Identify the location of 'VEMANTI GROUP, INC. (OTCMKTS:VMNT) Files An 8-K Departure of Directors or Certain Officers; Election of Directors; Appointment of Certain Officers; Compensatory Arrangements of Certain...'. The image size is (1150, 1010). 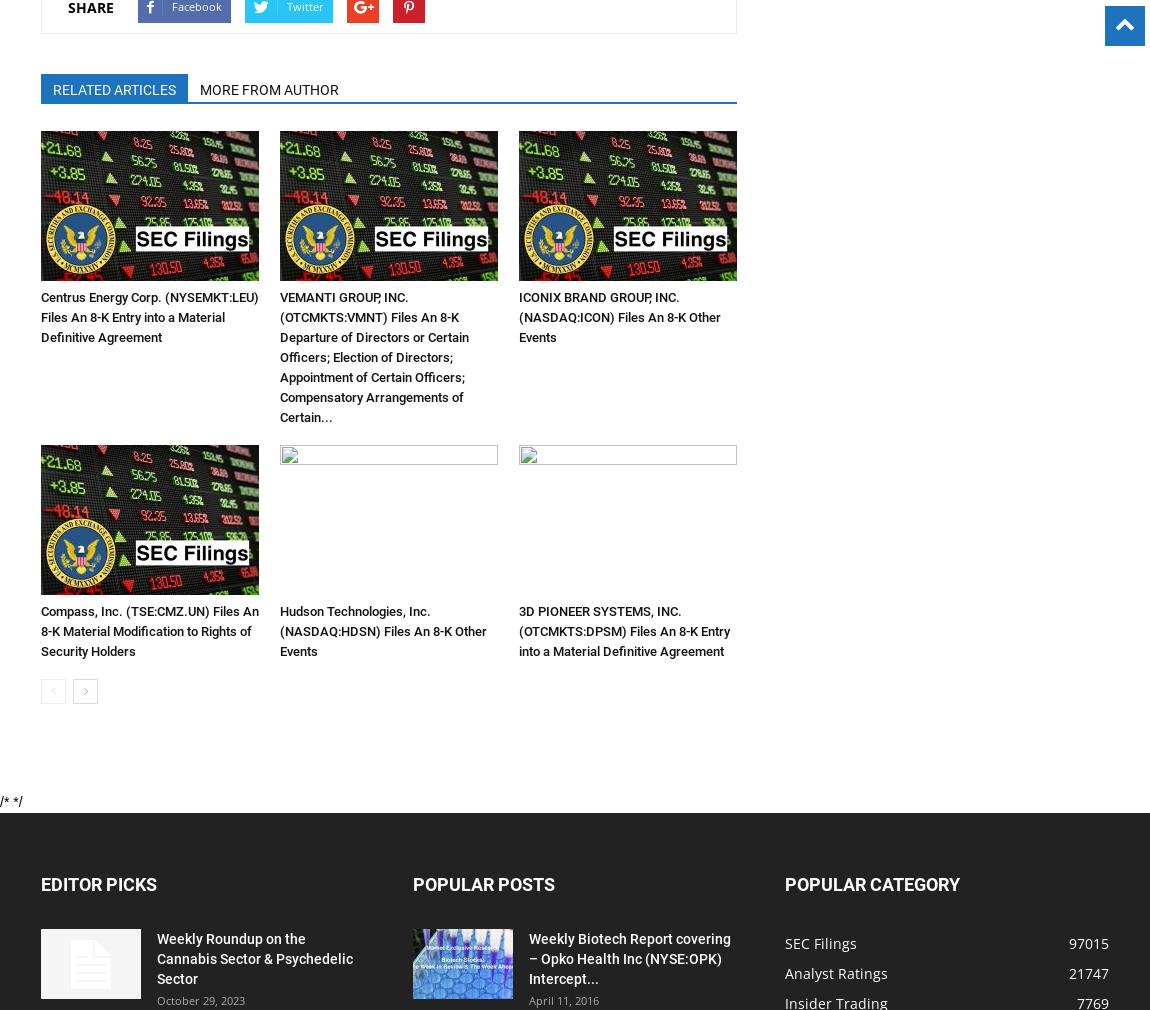
(374, 357).